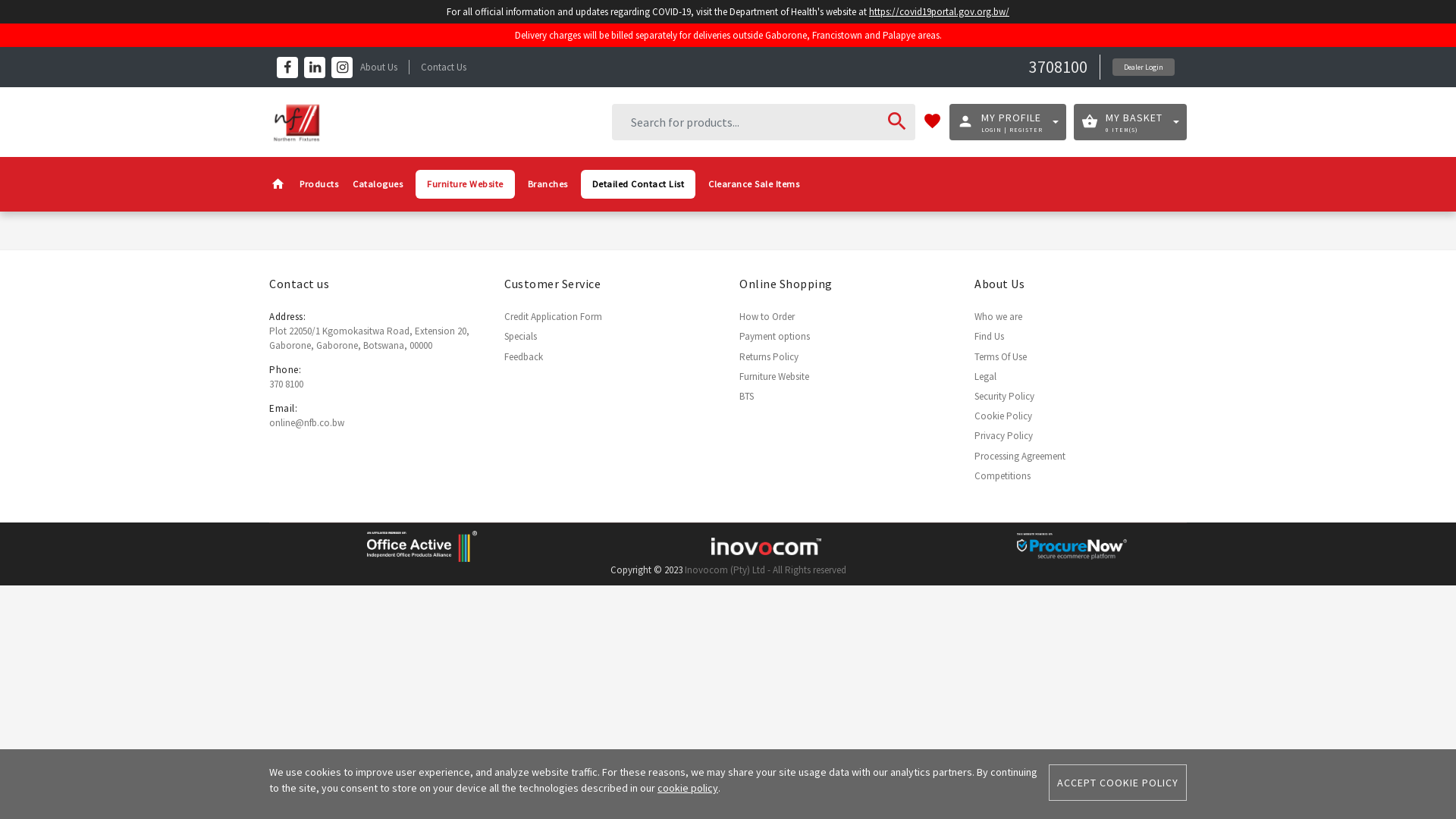 This screenshot has width=1456, height=819. Describe the element at coordinates (286, 383) in the screenshot. I see `'370 8100'` at that location.